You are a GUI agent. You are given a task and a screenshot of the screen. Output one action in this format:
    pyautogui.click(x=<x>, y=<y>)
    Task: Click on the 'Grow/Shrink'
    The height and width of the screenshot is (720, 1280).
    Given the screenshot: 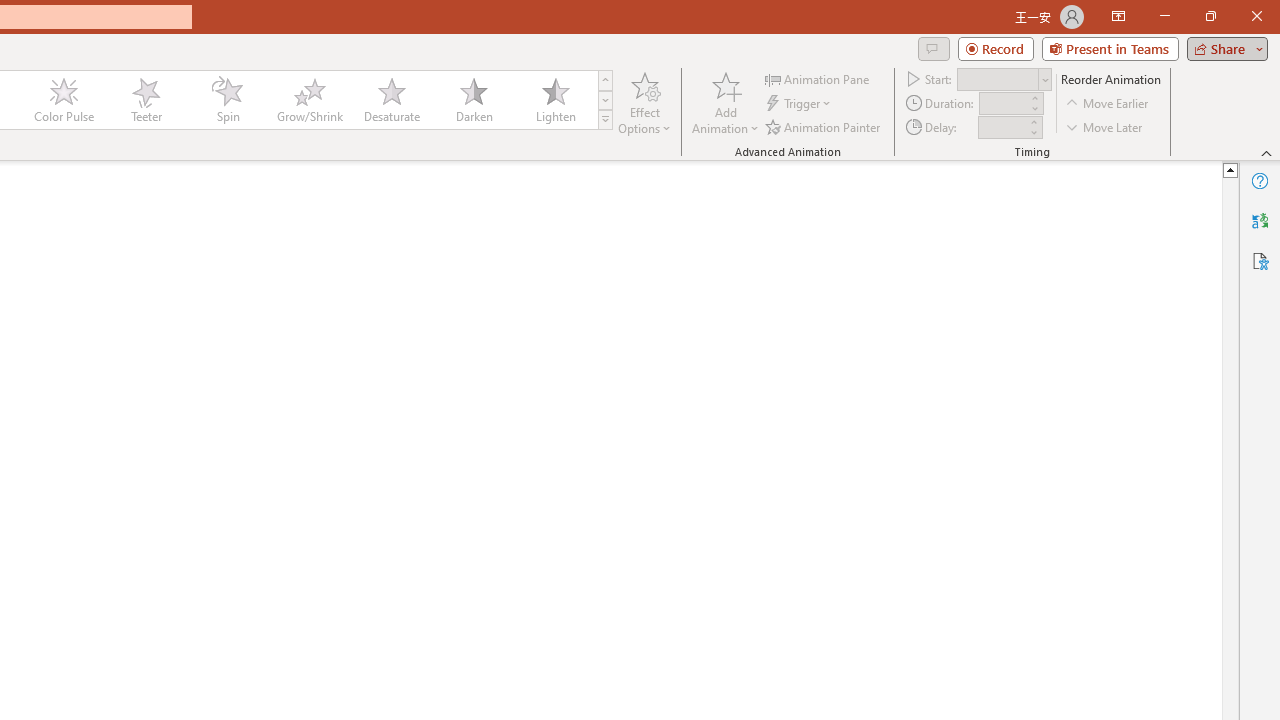 What is the action you would take?
    pyautogui.click(x=308, y=100)
    